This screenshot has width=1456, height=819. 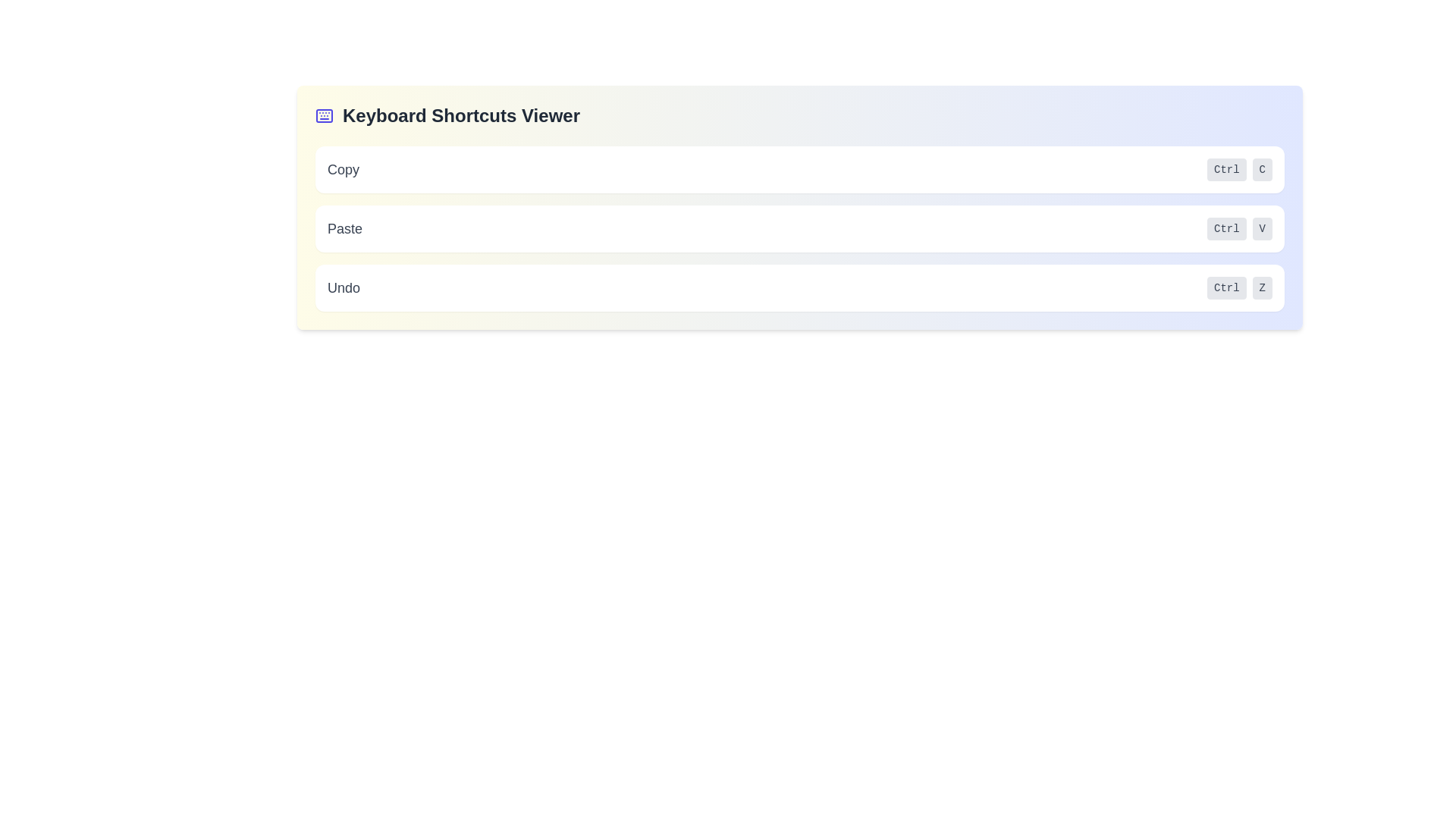 What do you see at coordinates (1226, 228) in the screenshot?
I see `the 'Ctrl' label button, which has a light gray background and dark gray text, located to the left of the 'V' button in the Paste action group` at bounding box center [1226, 228].